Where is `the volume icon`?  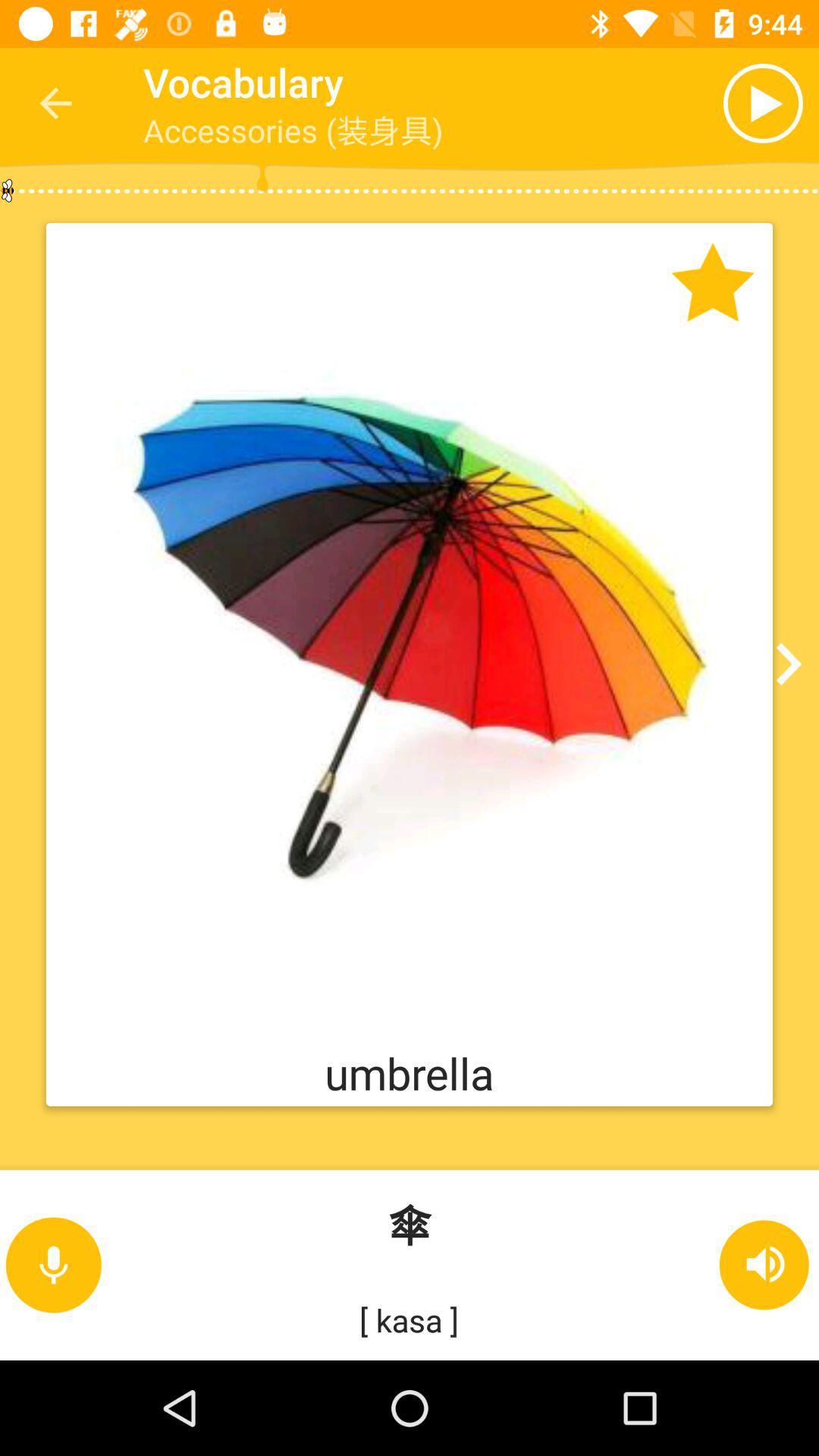 the volume icon is located at coordinates (765, 1265).